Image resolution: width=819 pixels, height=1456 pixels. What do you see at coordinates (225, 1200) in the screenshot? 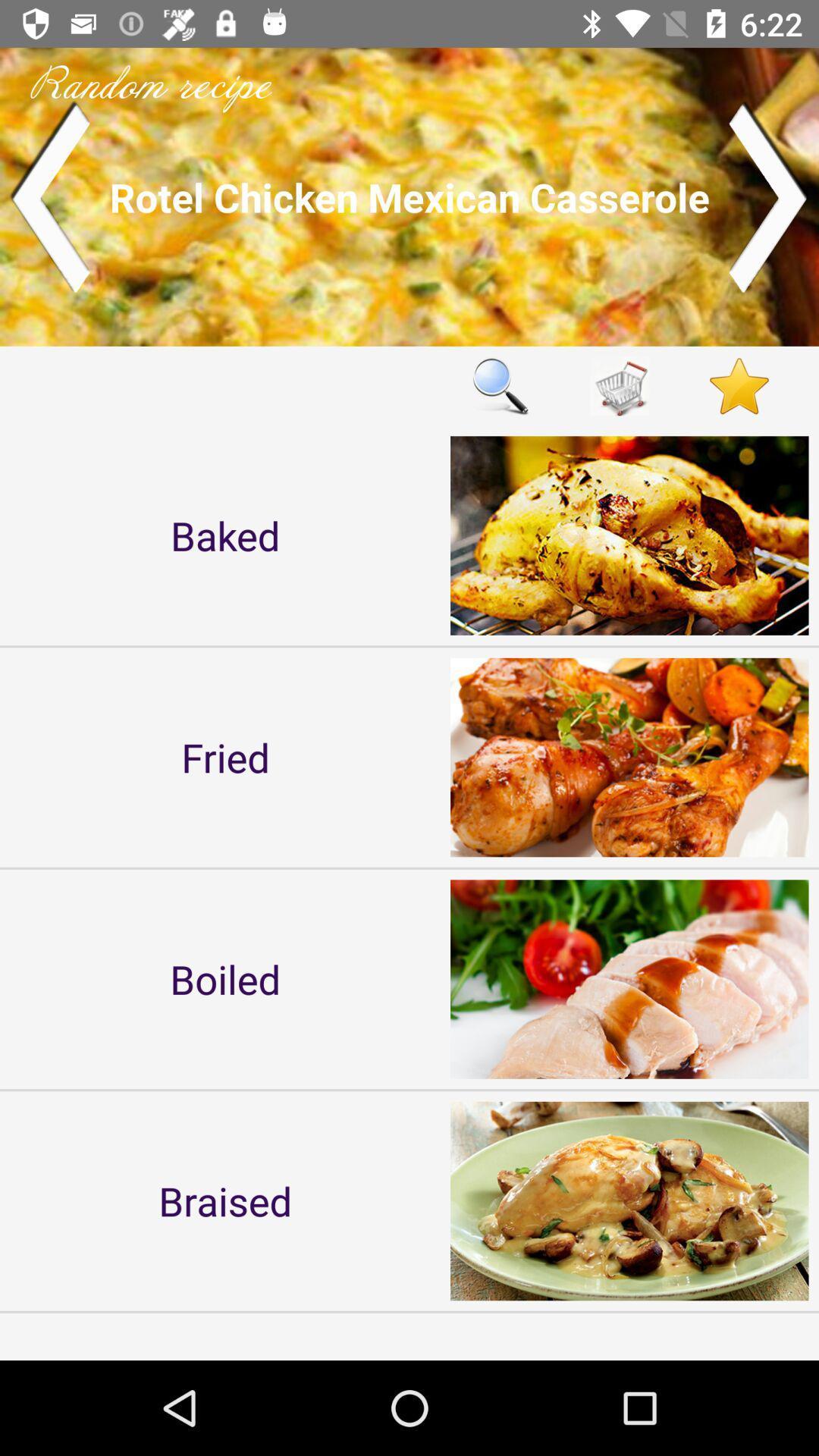
I see `item below boiled` at bounding box center [225, 1200].